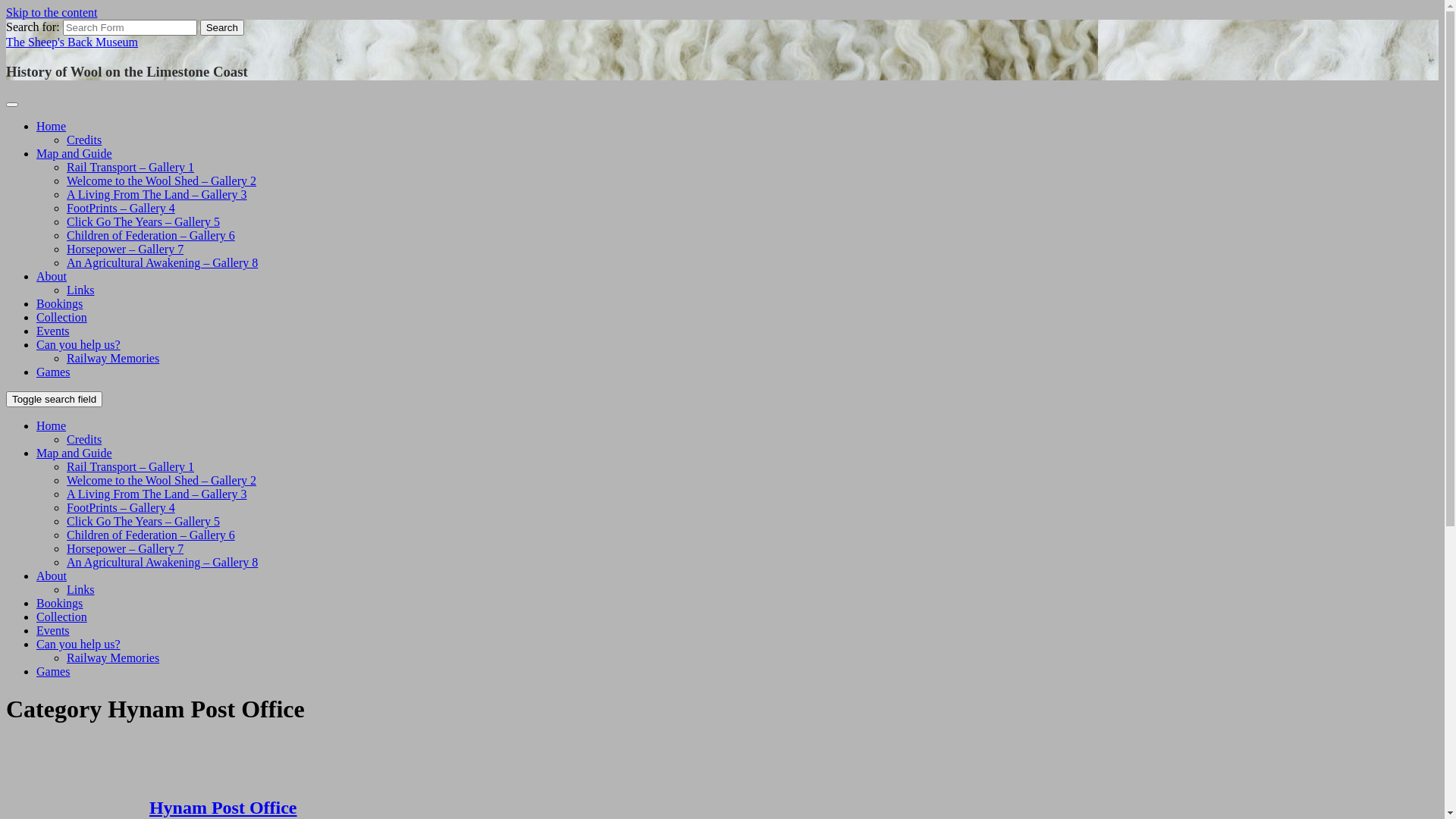 This screenshot has height=819, width=1456. I want to click on 'Can you help us?', so click(77, 644).